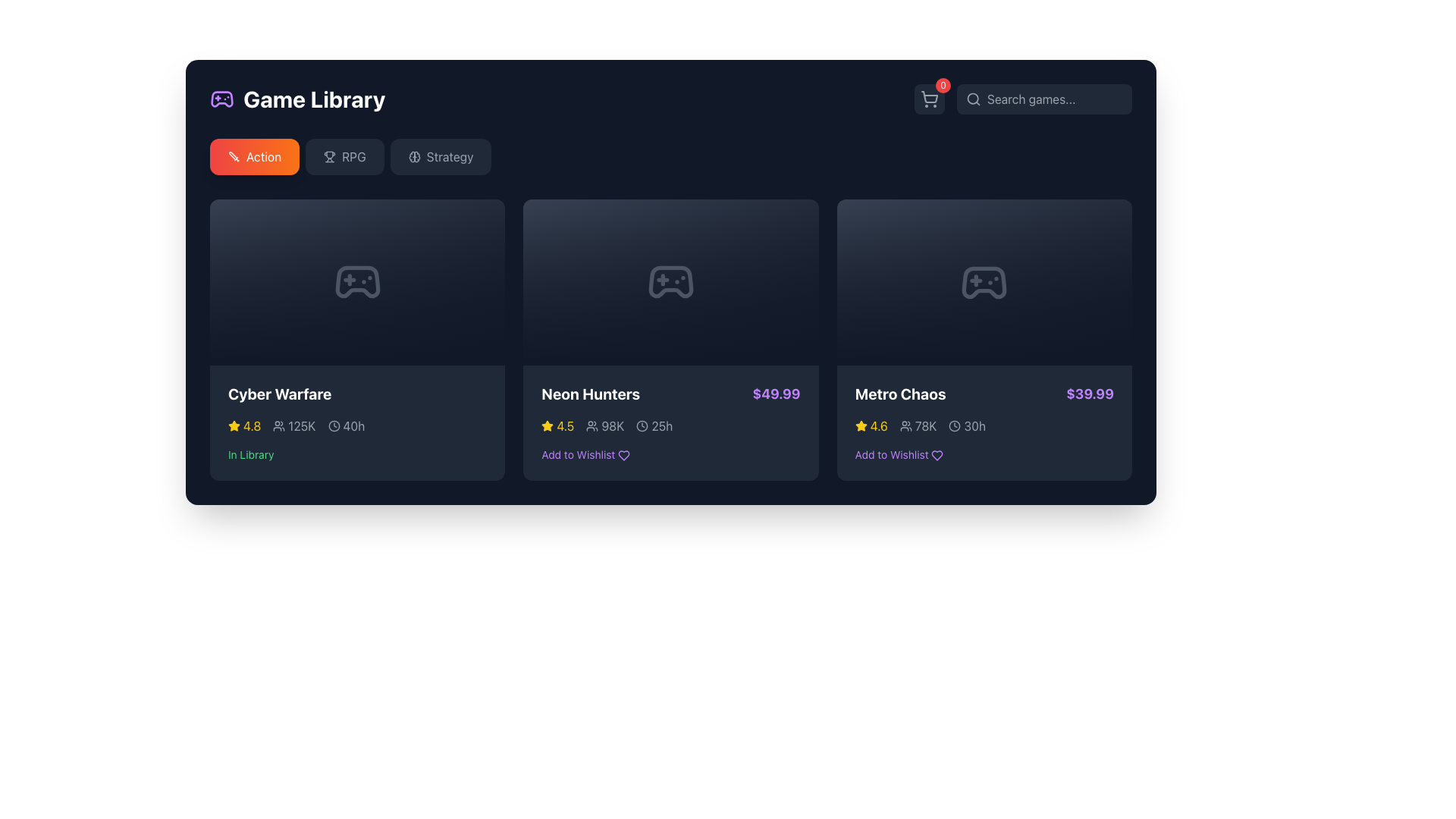 This screenshot has width=1456, height=819. What do you see at coordinates (546, 425) in the screenshot?
I see `the yellow five-pointed star icon adjacent to the rating value to influence the rating display` at bounding box center [546, 425].